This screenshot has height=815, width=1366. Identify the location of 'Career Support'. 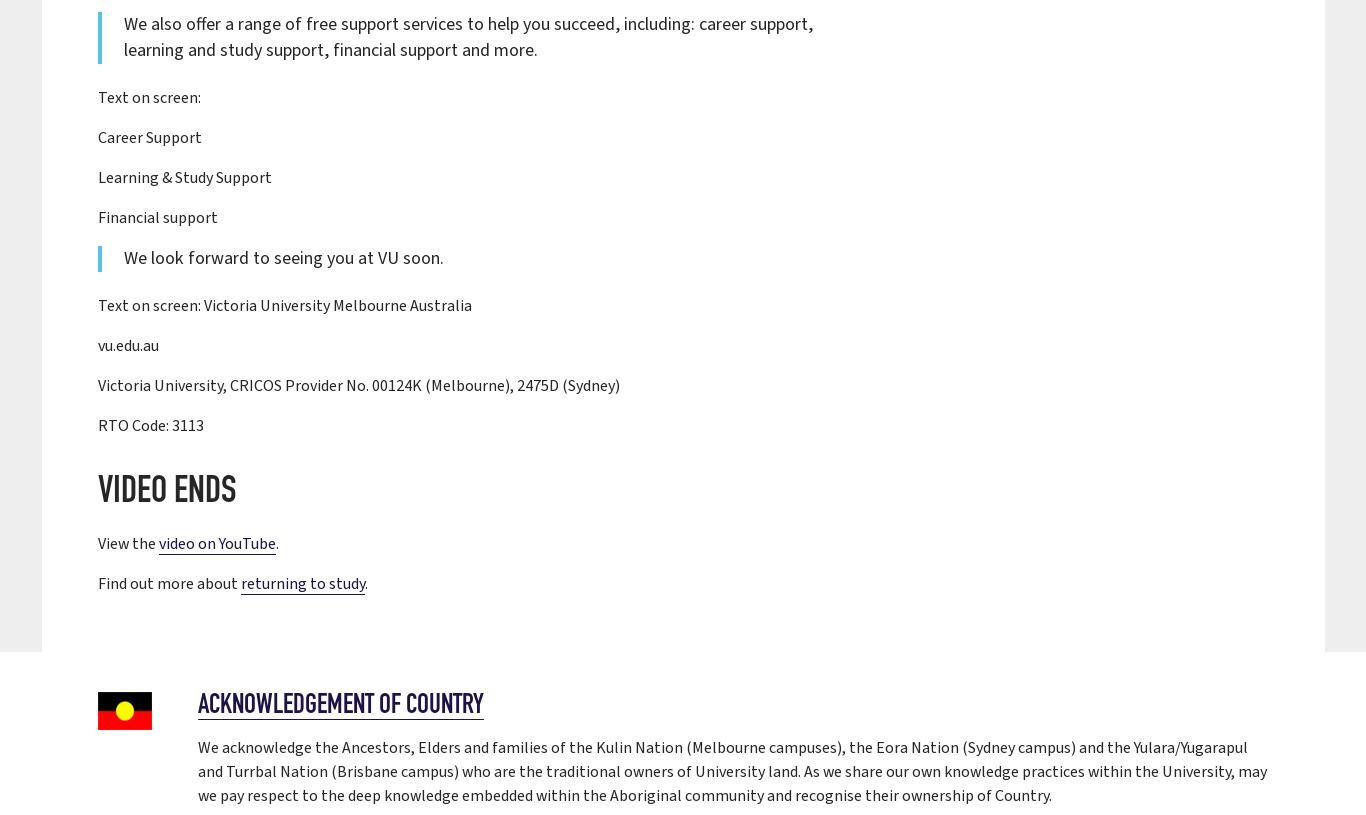
(148, 137).